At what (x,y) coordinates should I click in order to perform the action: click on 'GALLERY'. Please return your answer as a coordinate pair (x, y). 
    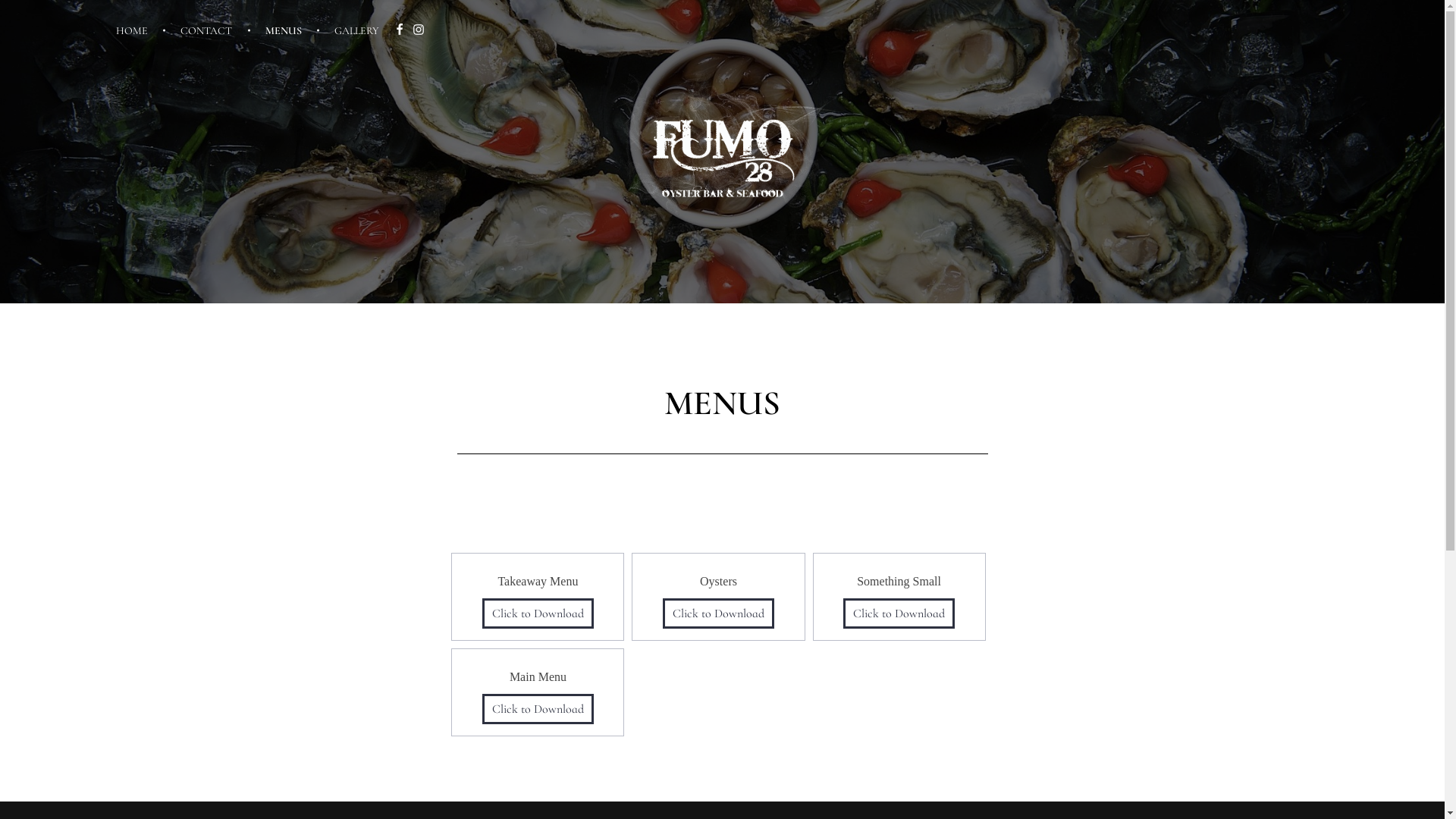
    Looking at the image, I should click on (348, 30).